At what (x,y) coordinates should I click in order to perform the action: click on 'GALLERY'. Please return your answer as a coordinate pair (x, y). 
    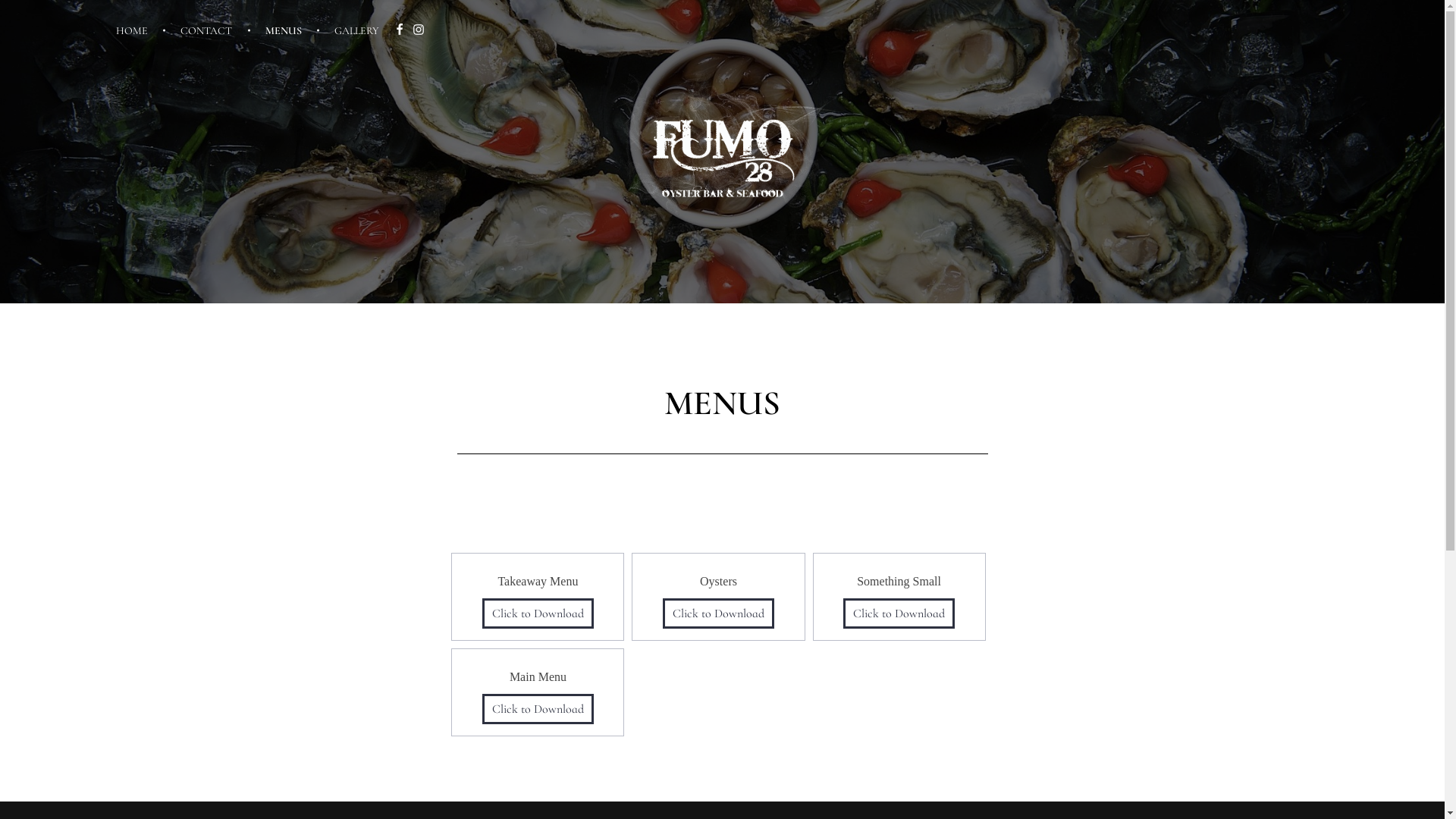
    Looking at the image, I should click on (348, 30).